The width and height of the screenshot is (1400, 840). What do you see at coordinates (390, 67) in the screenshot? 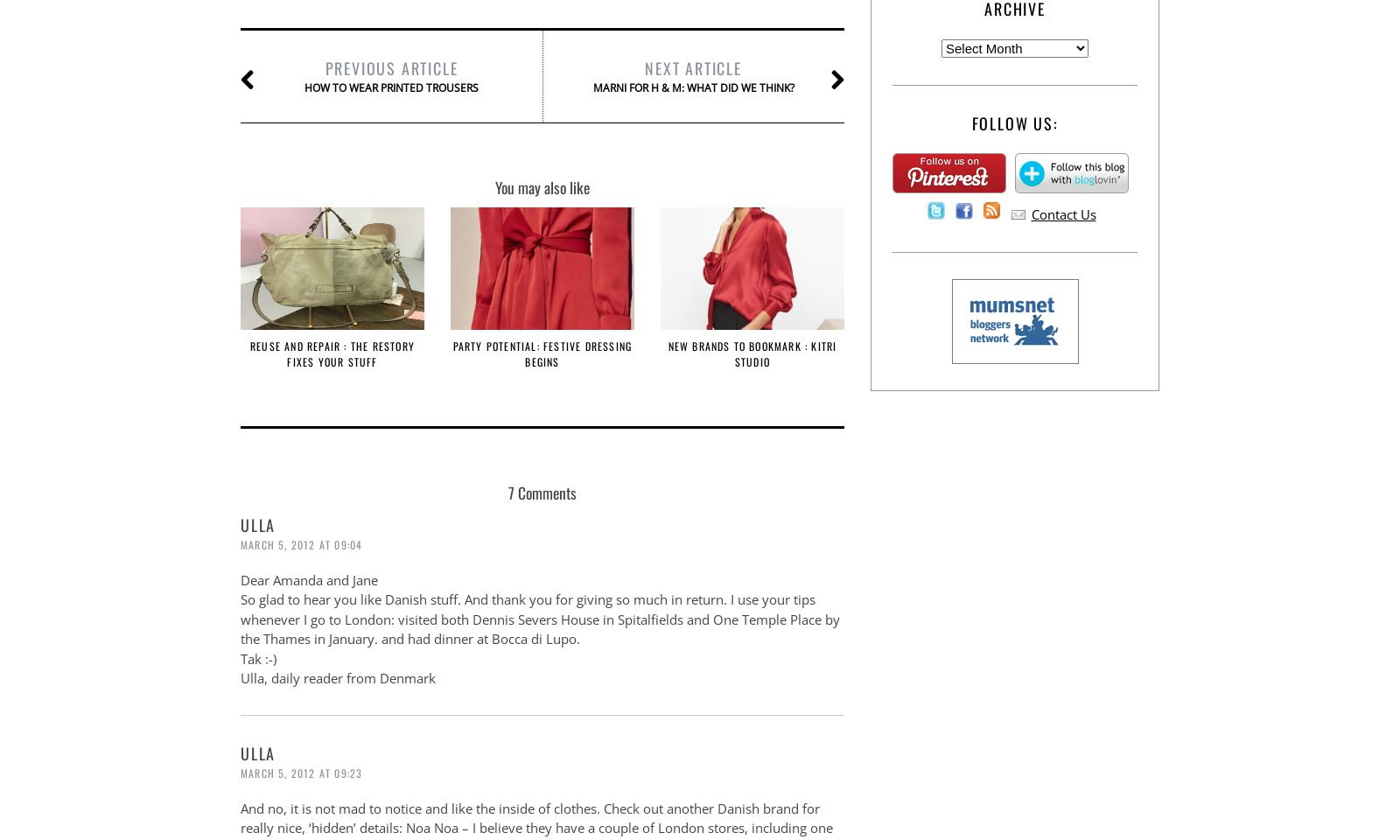
I see `'Previous article'` at bounding box center [390, 67].